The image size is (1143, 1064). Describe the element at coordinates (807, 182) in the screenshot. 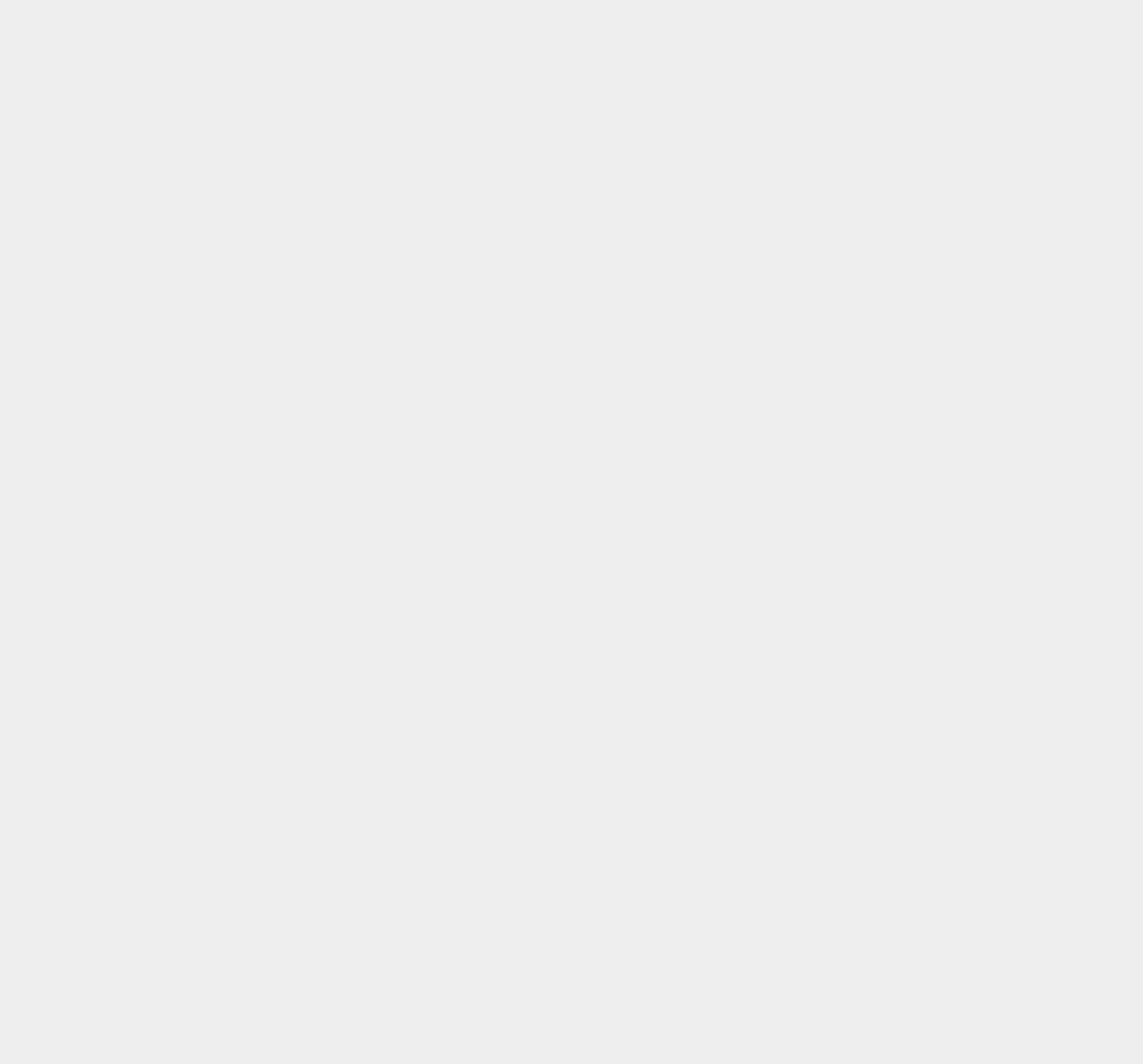

I see `'Facebook'` at that location.